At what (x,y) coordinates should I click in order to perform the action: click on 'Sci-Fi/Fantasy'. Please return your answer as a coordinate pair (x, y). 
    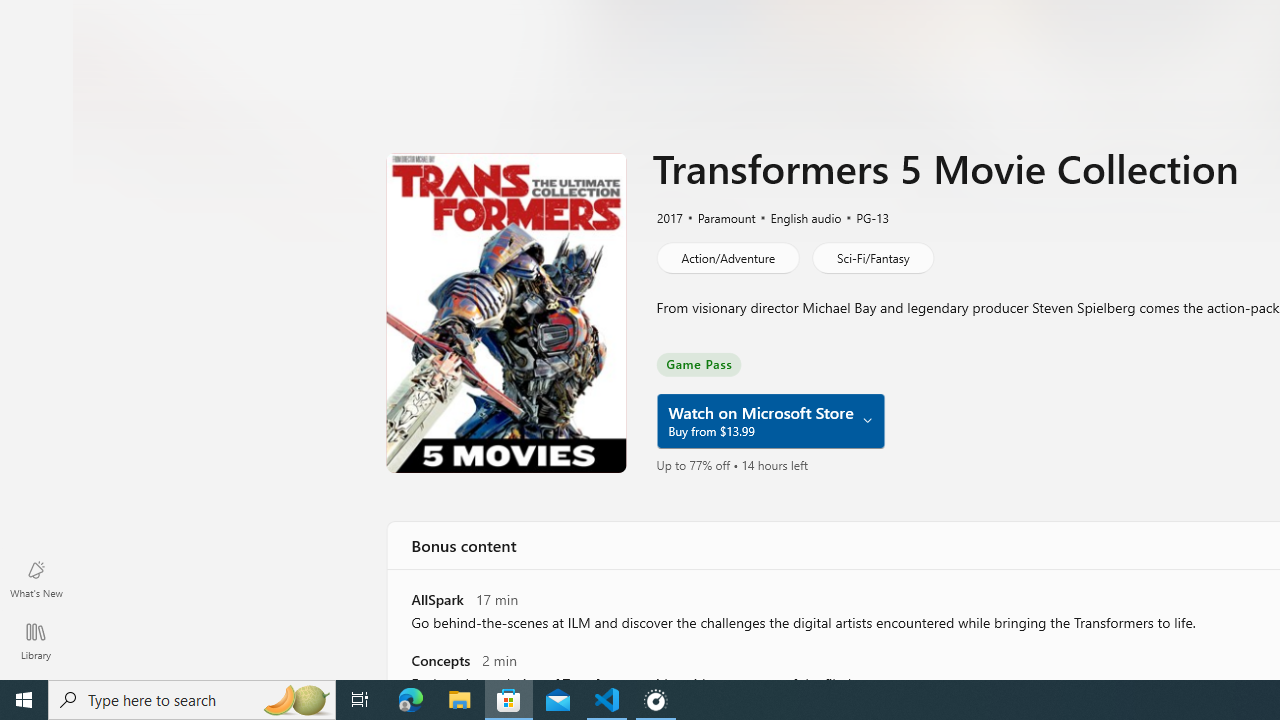
    Looking at the image, I should click on (872, 257).